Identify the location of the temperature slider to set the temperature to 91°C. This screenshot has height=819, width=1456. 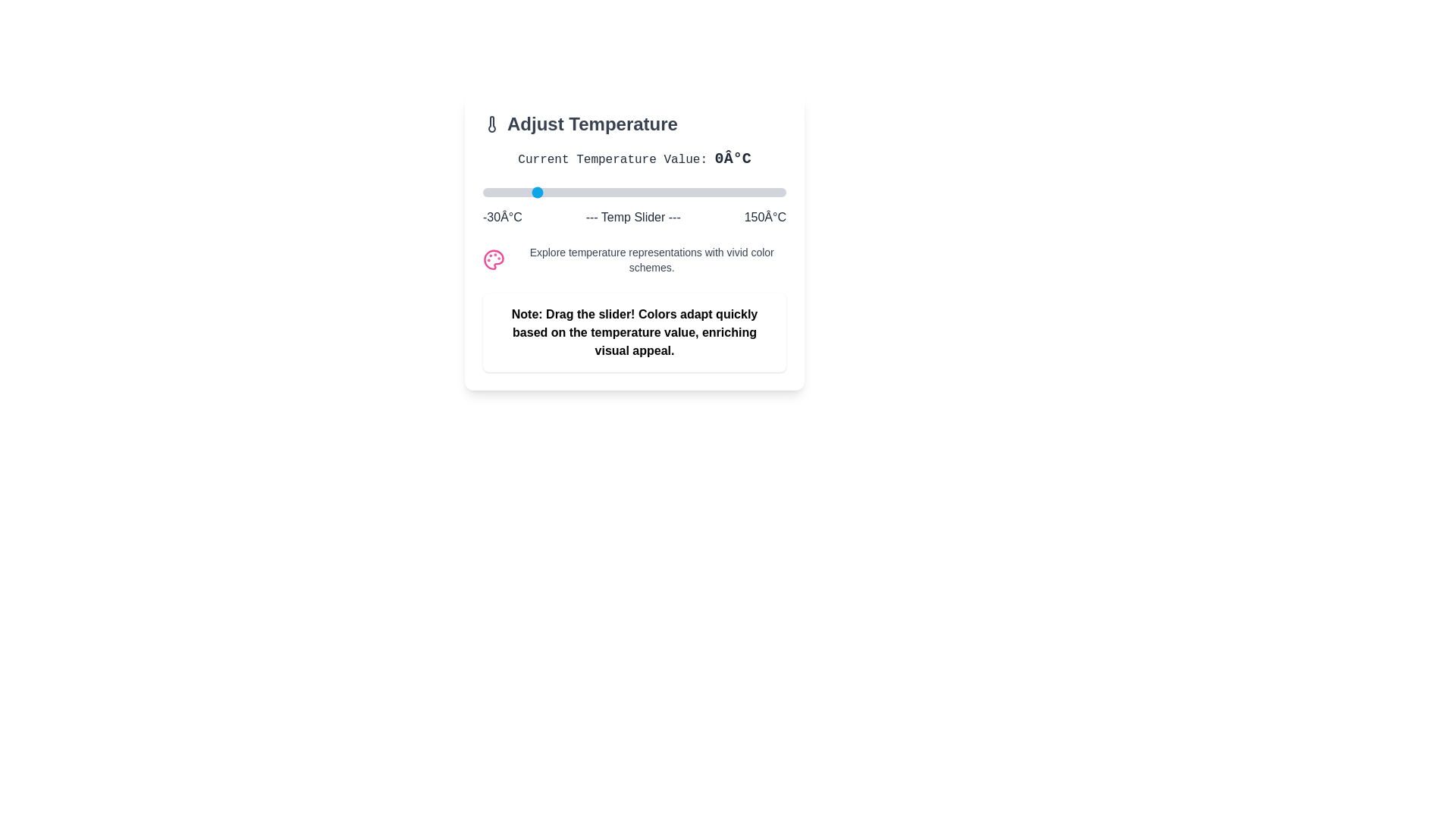
(686, 192).